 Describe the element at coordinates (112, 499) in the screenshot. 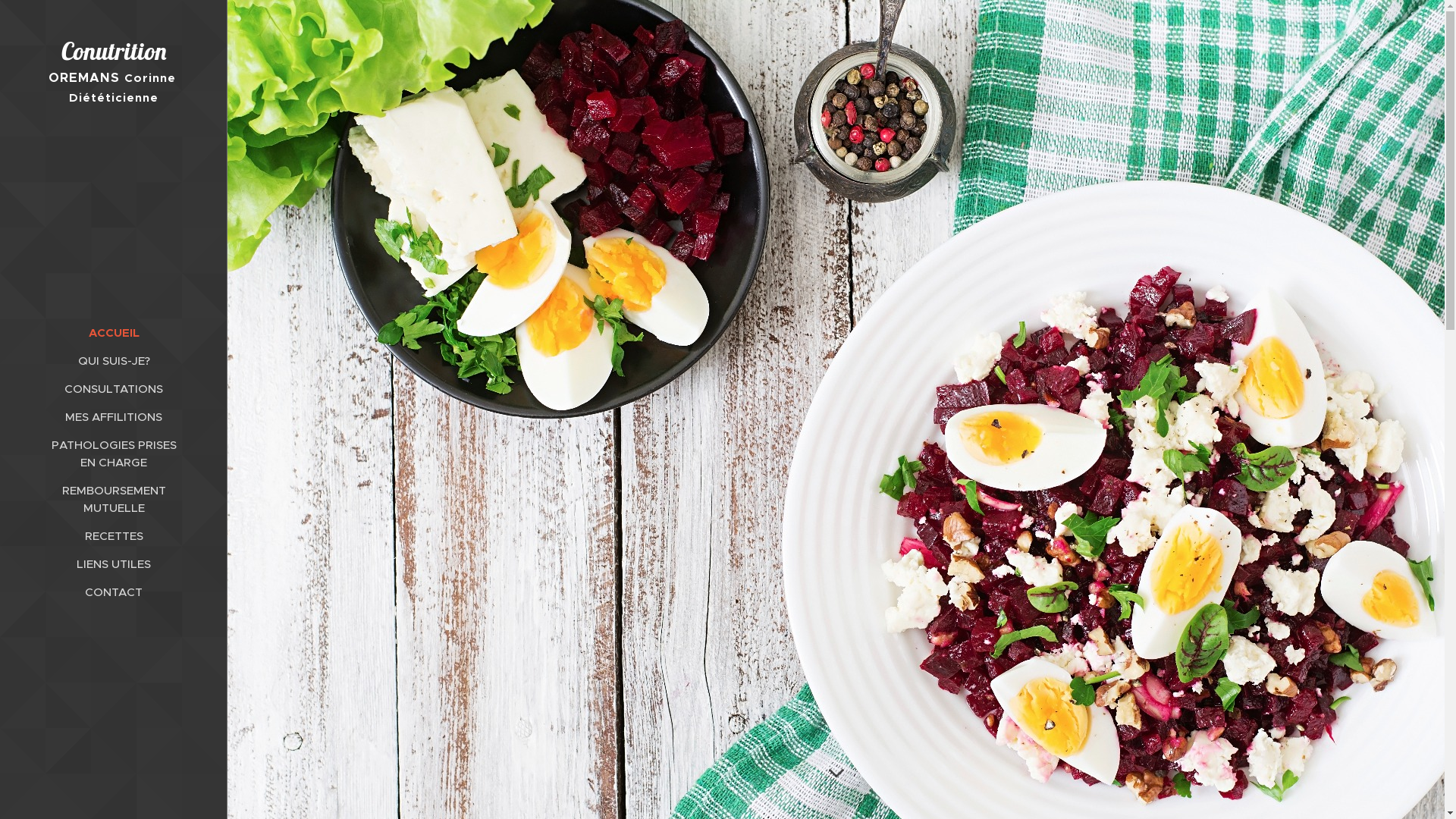

I see `'REMBOURSEMENT MUTUELLE'` at that location.